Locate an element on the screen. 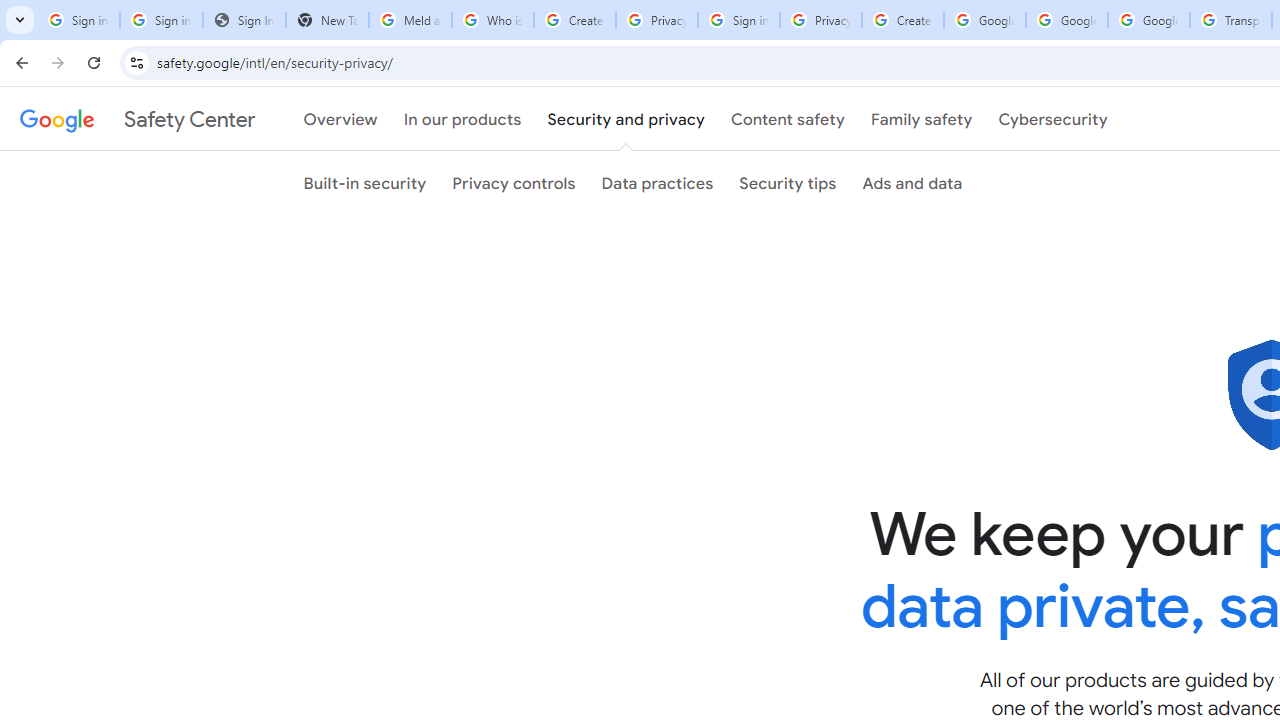 The width and height of the screenshot is (1280, 720). 'Family safety' is located at coordinates (920, 119).